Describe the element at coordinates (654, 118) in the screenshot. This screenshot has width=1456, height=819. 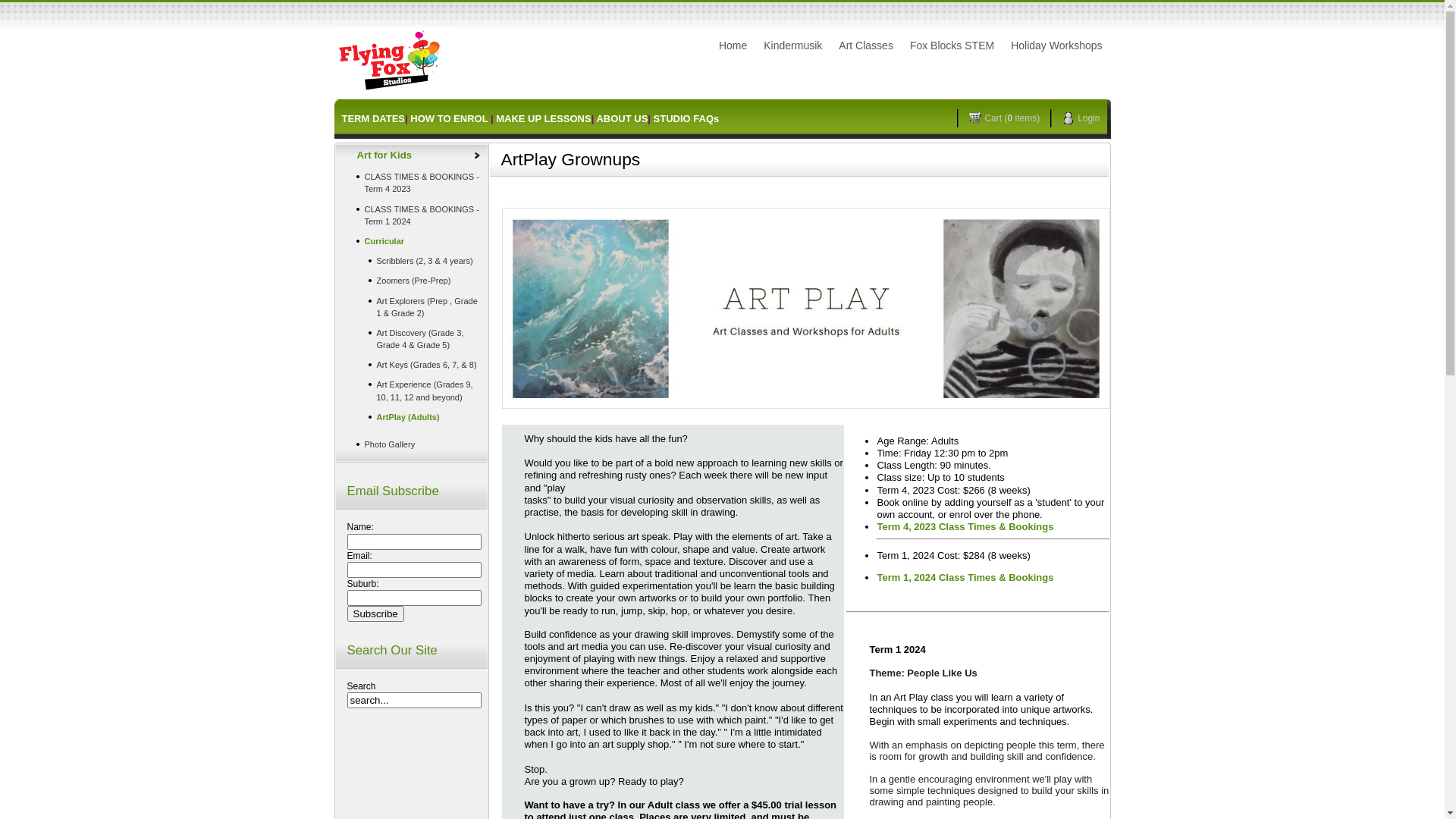
I see `'STUDIO FAQs'` at that location.